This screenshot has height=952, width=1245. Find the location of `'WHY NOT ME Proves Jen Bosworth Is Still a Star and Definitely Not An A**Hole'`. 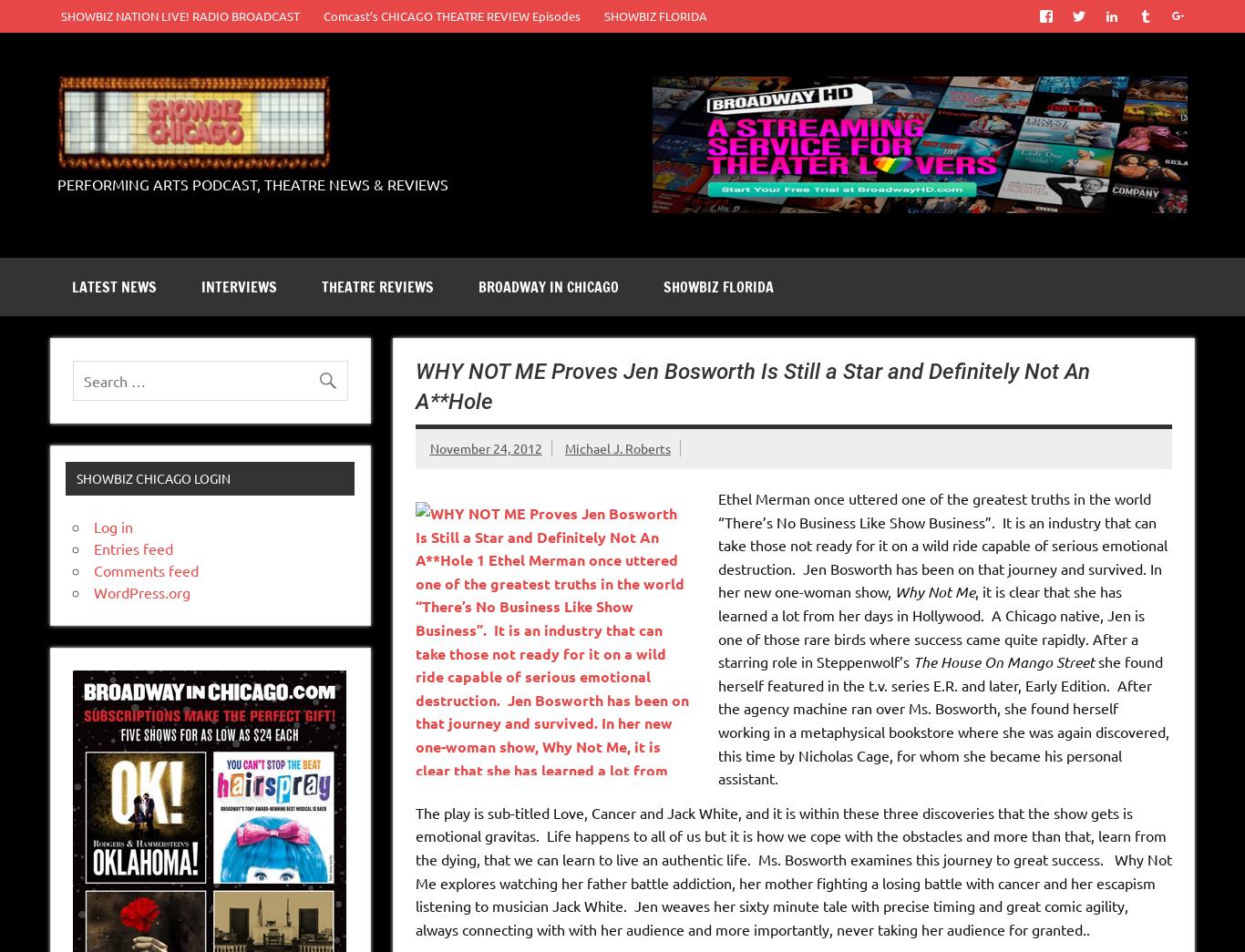

'WHY NOT ME Proves Jen Bosworth Is Still a Star and Definitely Not An A**Hole' is located at coordinates (414, 385).